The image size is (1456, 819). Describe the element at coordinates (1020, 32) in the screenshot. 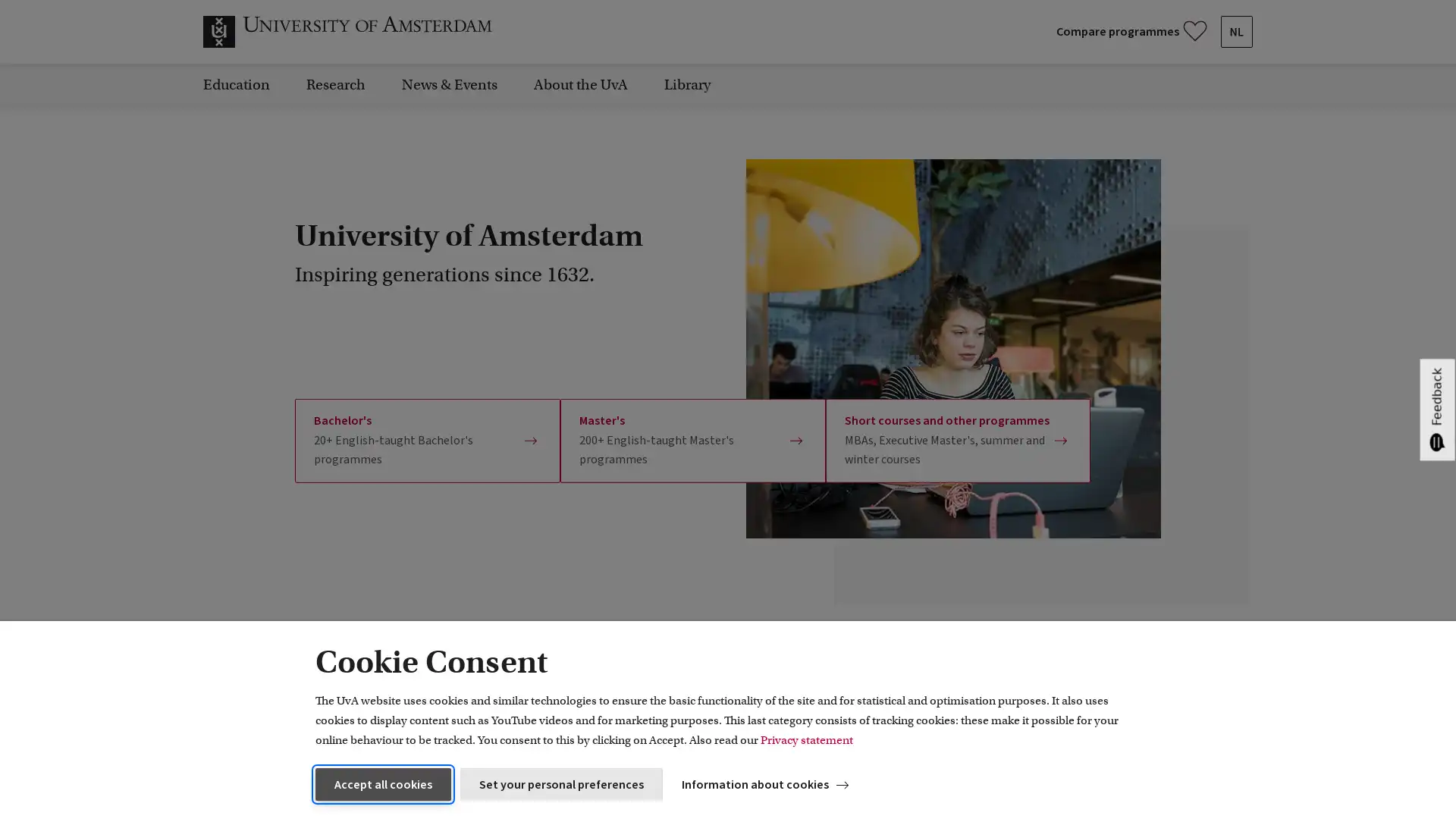

I see `Submit search` at that location.